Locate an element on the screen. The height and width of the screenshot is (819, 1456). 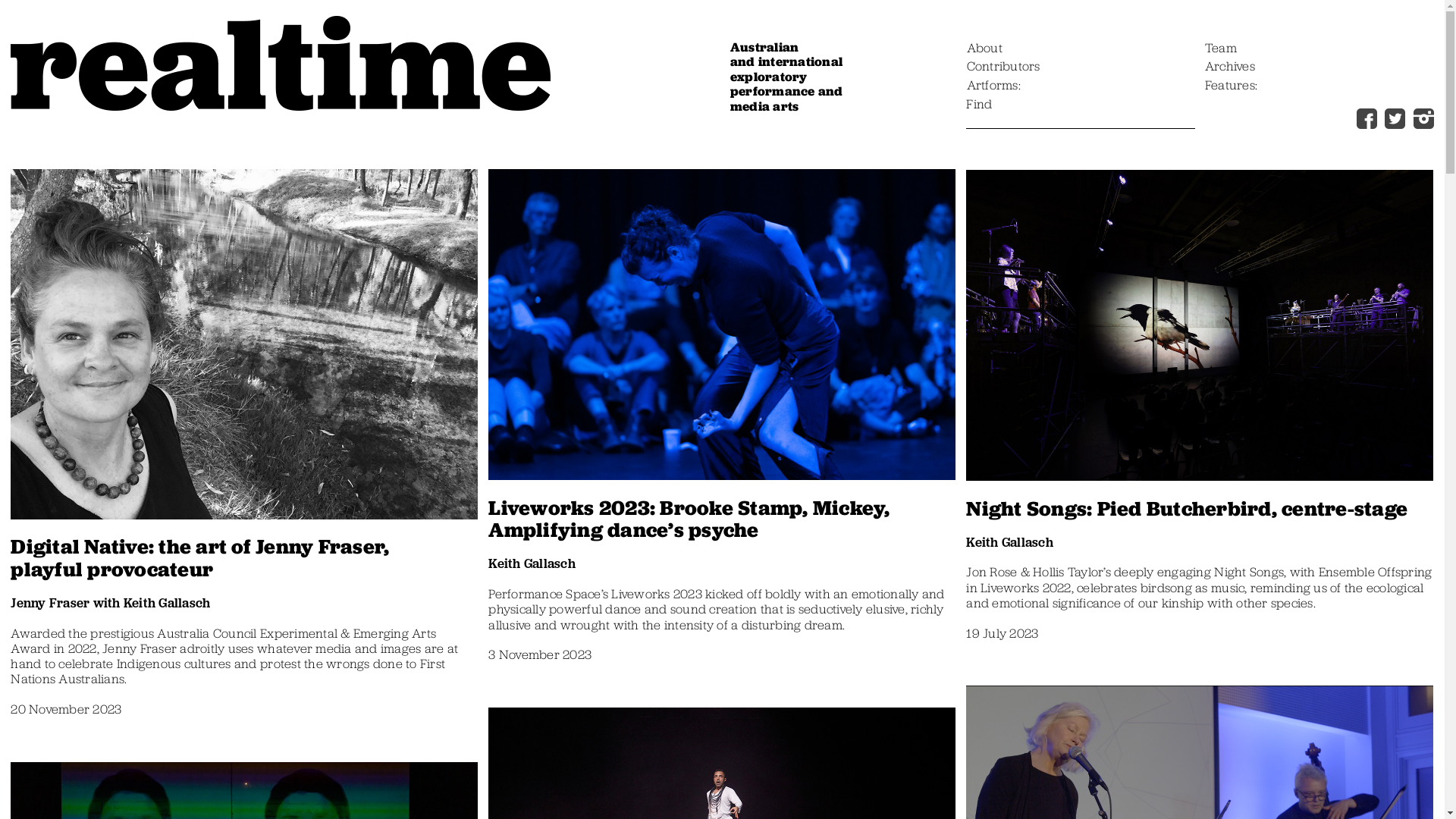
'Contributors' is located at coordinates (1003, 66).